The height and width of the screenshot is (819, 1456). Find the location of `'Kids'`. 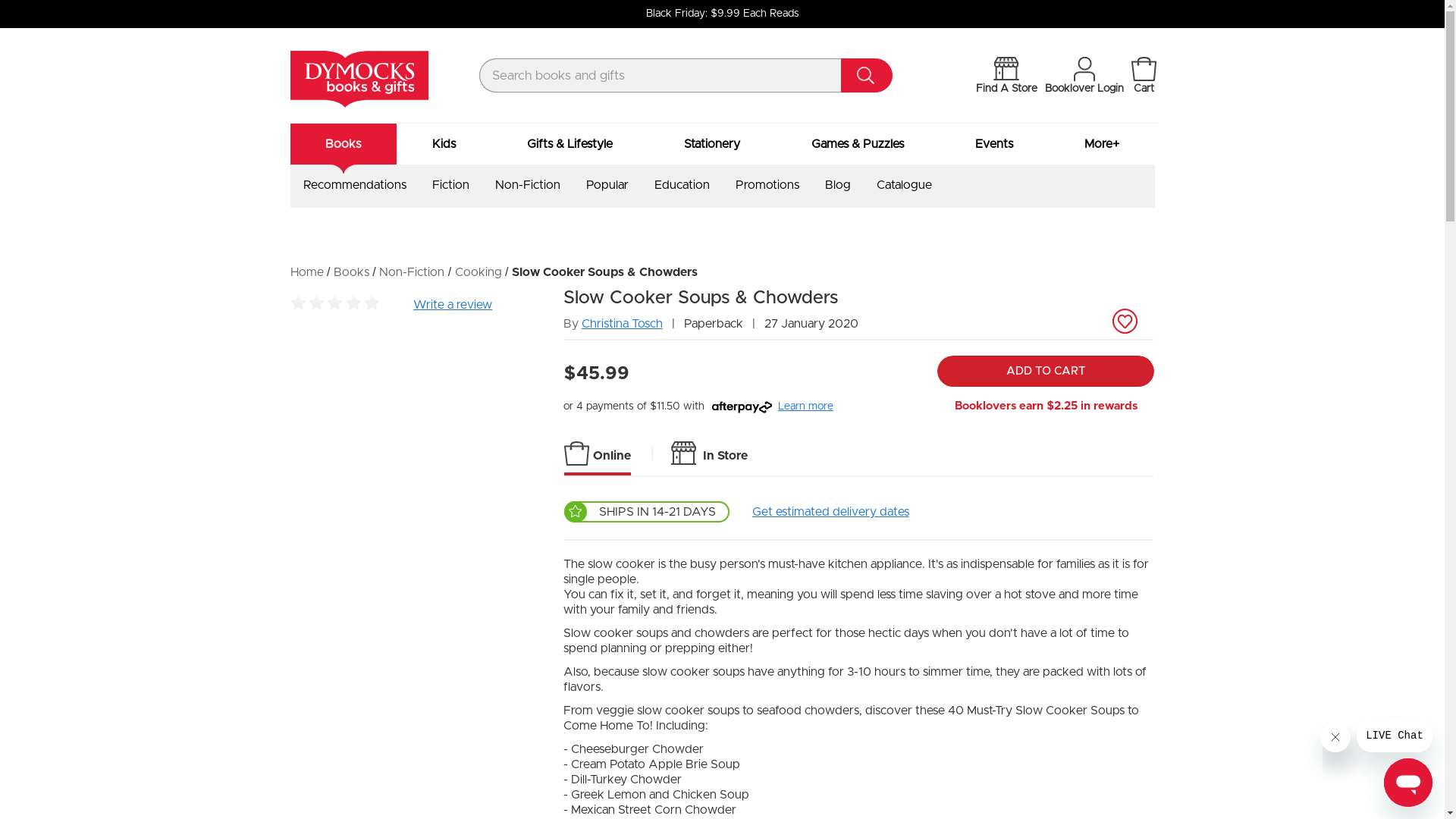

'Kids' is located at coordinates (443, 143).